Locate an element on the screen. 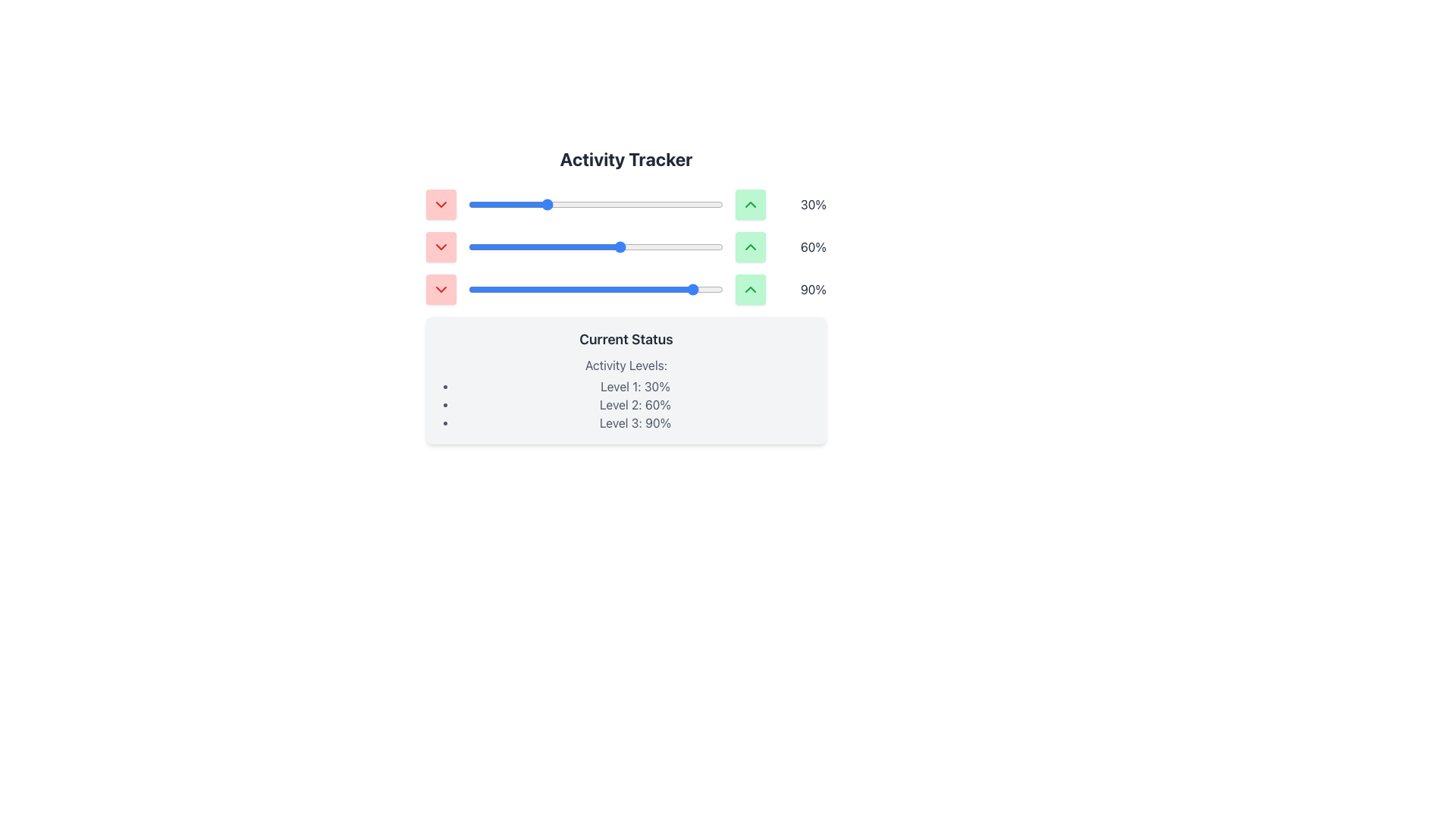 The image size is (1456, 819). the slider value is located at coordinates (598, 246).